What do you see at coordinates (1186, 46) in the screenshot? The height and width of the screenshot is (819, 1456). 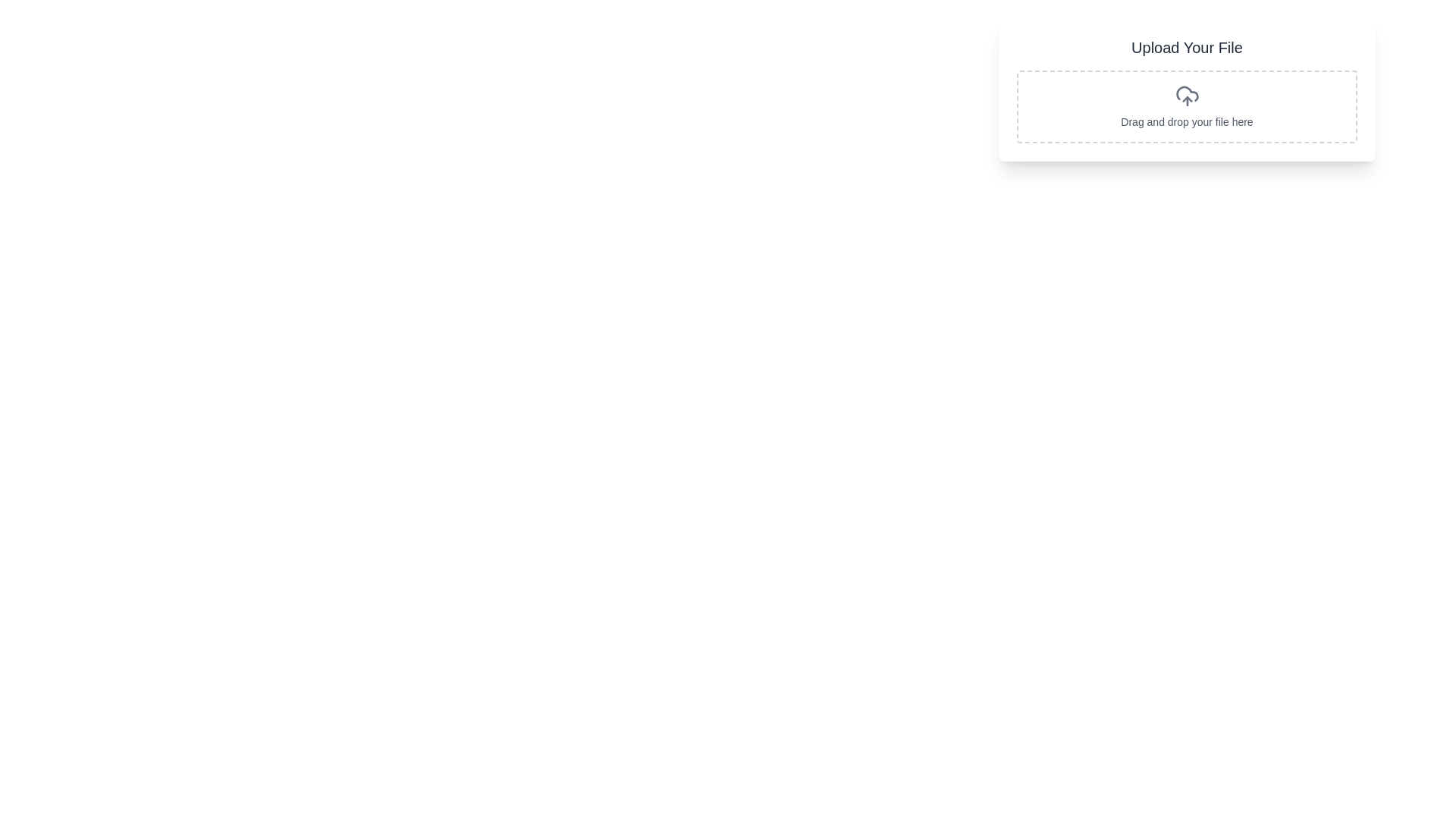 I see `the text heading that describes the upload module, which is located at the top of the upload section` at bounding box center [1186, 46].